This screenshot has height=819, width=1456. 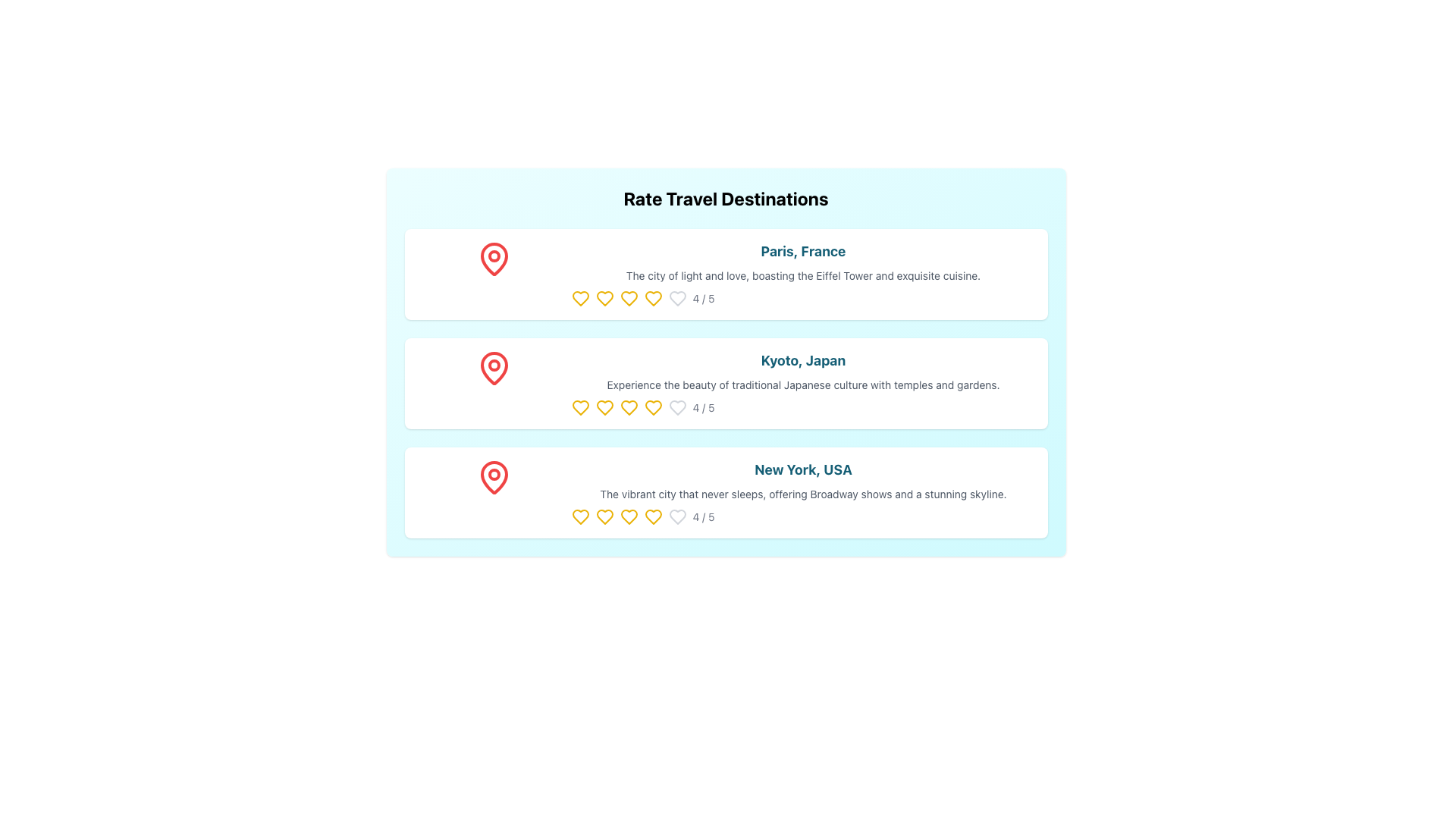 What do you see at coordinates (579, 298) in the screenshot?
I see `the first heart icon in the row of rating hearts for 'Paris, France'` at bounding box center [579, 298].